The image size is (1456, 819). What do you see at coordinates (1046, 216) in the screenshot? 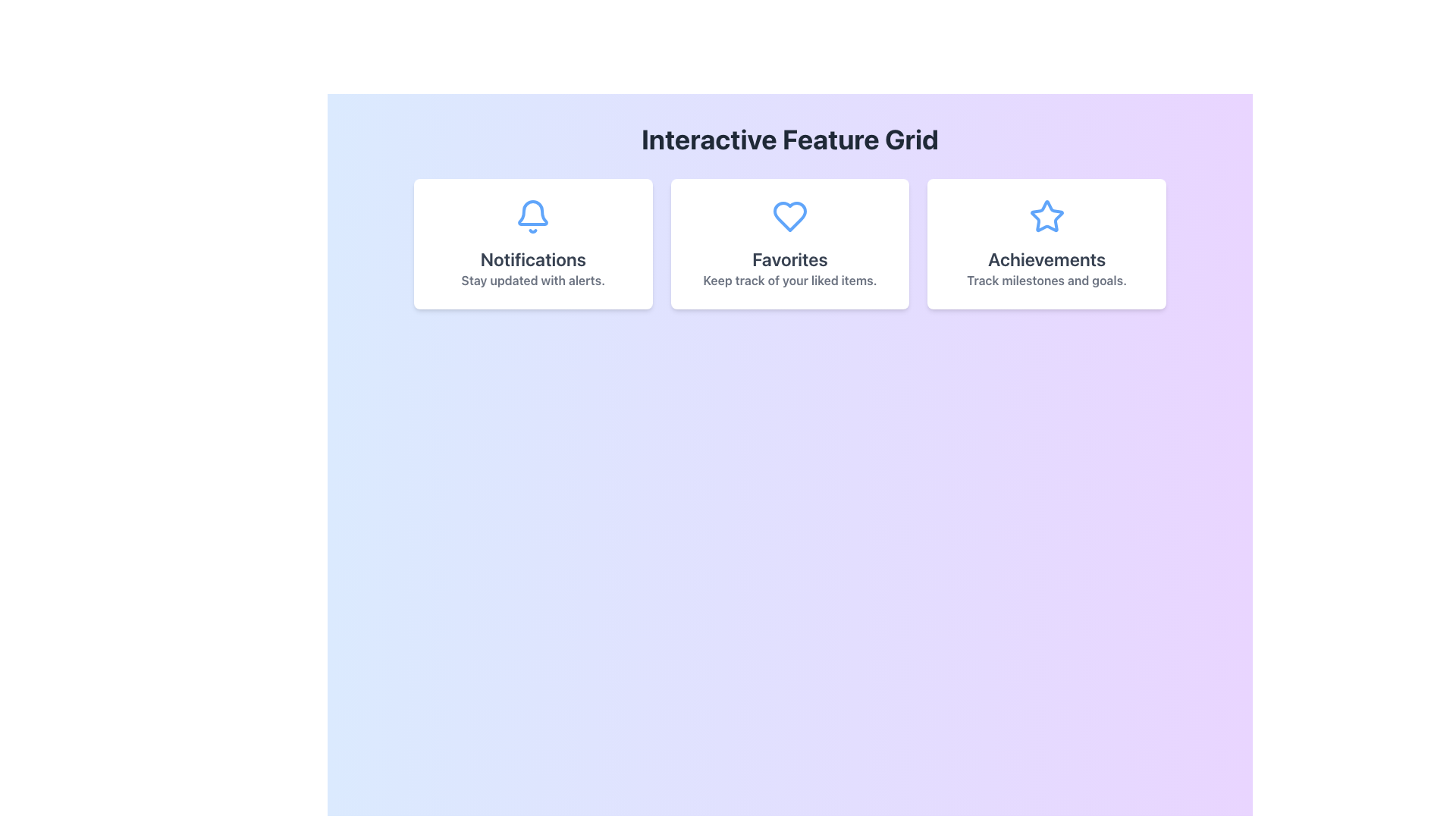
I see `the 'Achievements' icon, which is the top component of the 'Achievements' card, represented by a star symbol, centrally positioned within its card layout` at bounding box center [1046, 216].